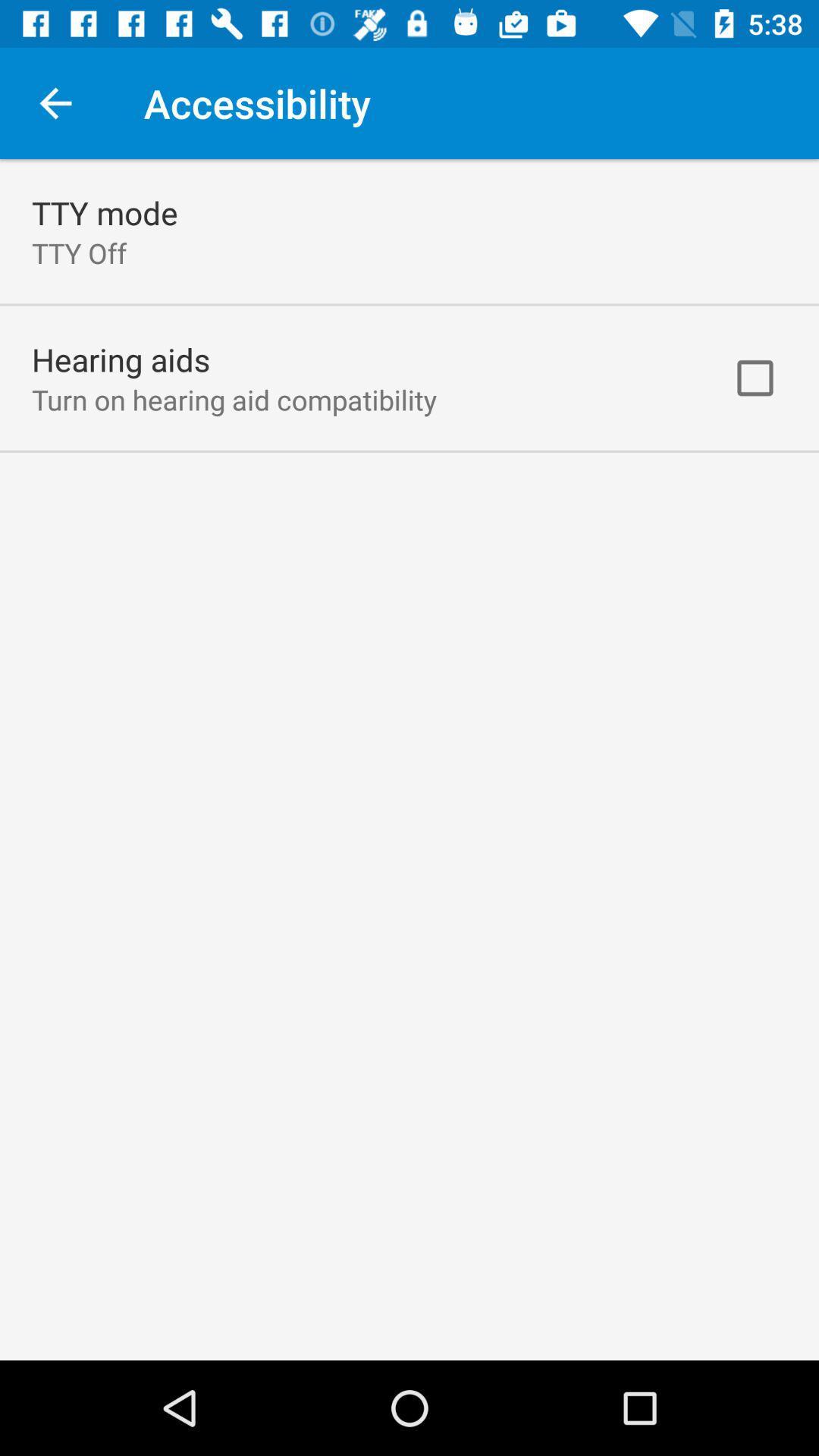 This screenshot has width=819, height=1456. What do you see at coordinates (755, 378) in the screenshot?
I see `the checkbox at the top right corner` at bounding box center [755, 378].